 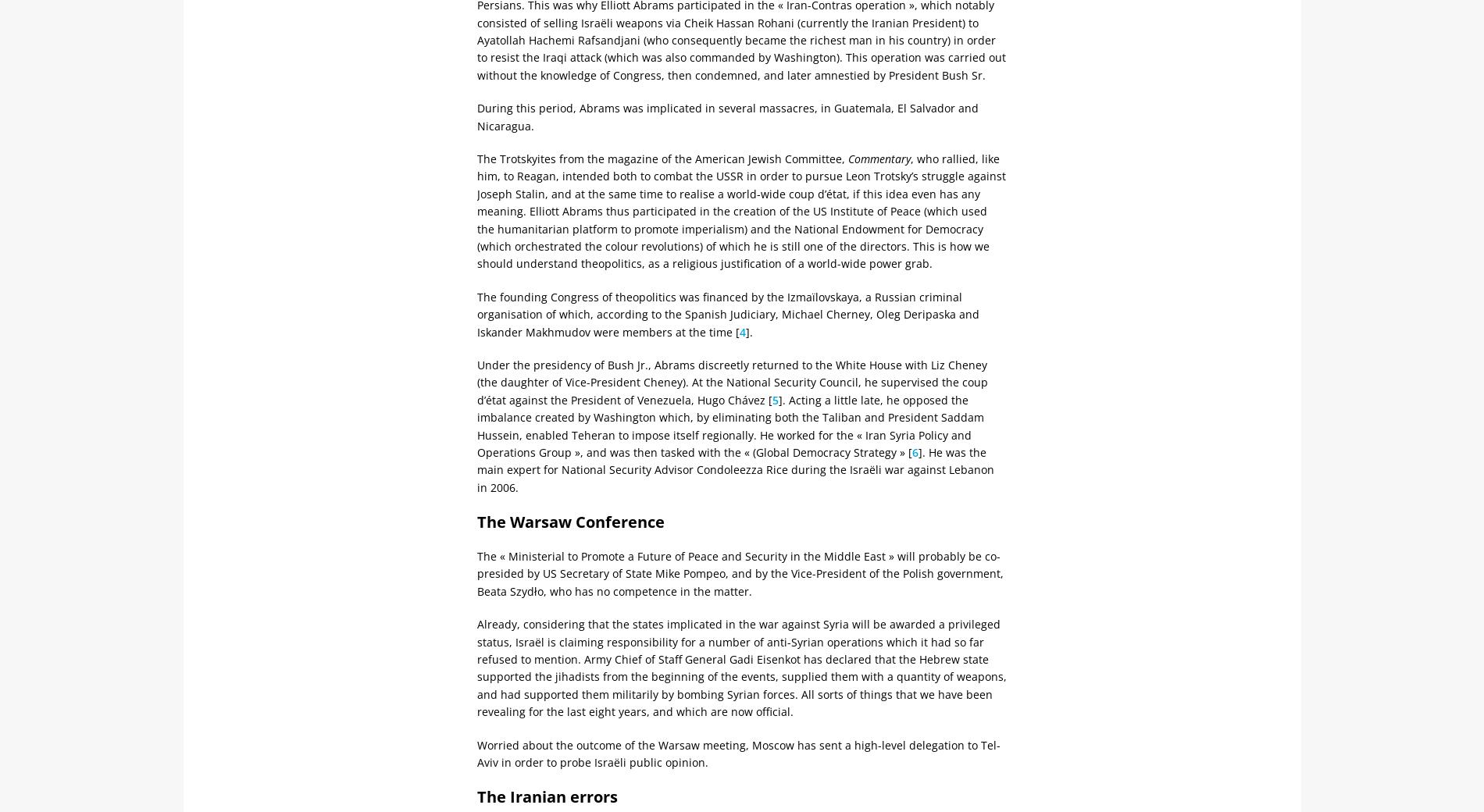 What do you see at coordinates (742, 667) in the screenshot?
I see `'Already, considering that the states implicated in the war against Syria will be awarded a privileged status, Israël is claiming responsibility for a number of anti-Syrian operations which it had so far refused to mention. Army Chief of Staff General Gadi Eisenkot has declared that the Hebrew state supported the jihadists from the beginning of the events, supplied them with a quantity of weapons, and had supported them militarily by bombing Syrian forces. All sorts of things that we have been revealing for the last eight years, and which are now official.'` at bounding box center [742, 667].